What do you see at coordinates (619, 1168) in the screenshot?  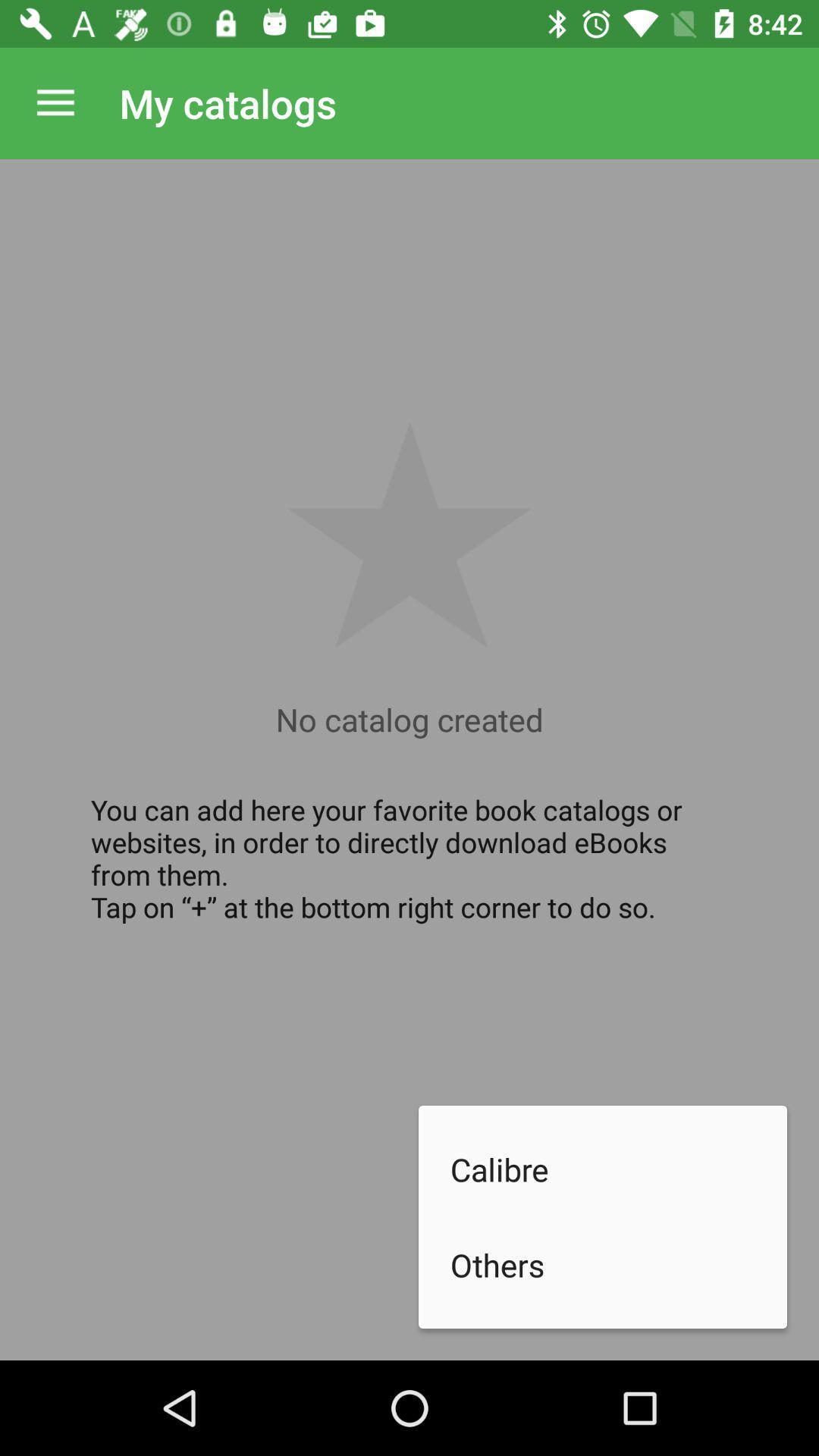 I see `item above the others icon` at bounding box center [619, 1168].